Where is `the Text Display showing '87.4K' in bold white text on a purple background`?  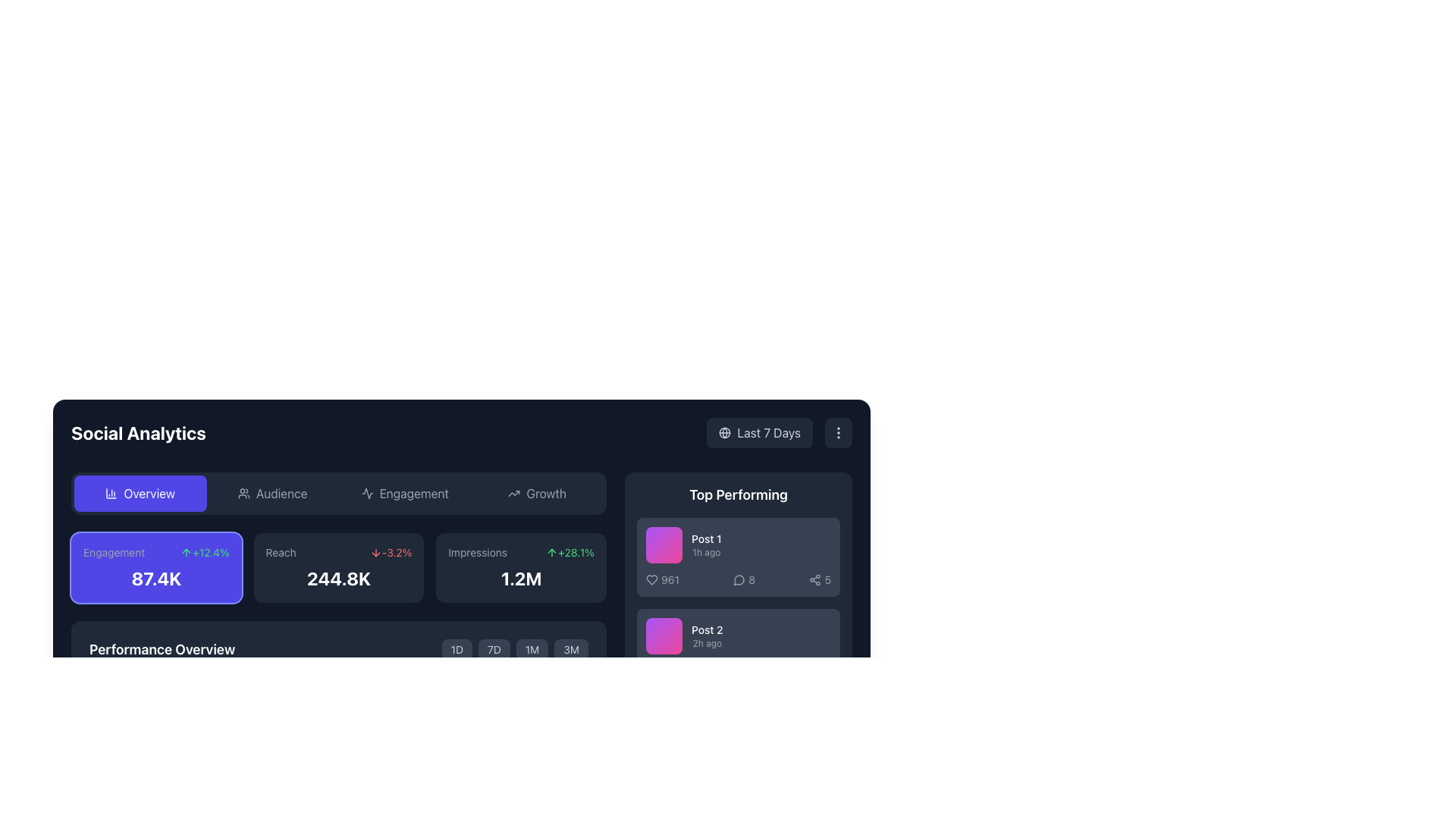
the Text Display showing '87.4K' in bold white text on a purple background is located at coordinates (156, 579).